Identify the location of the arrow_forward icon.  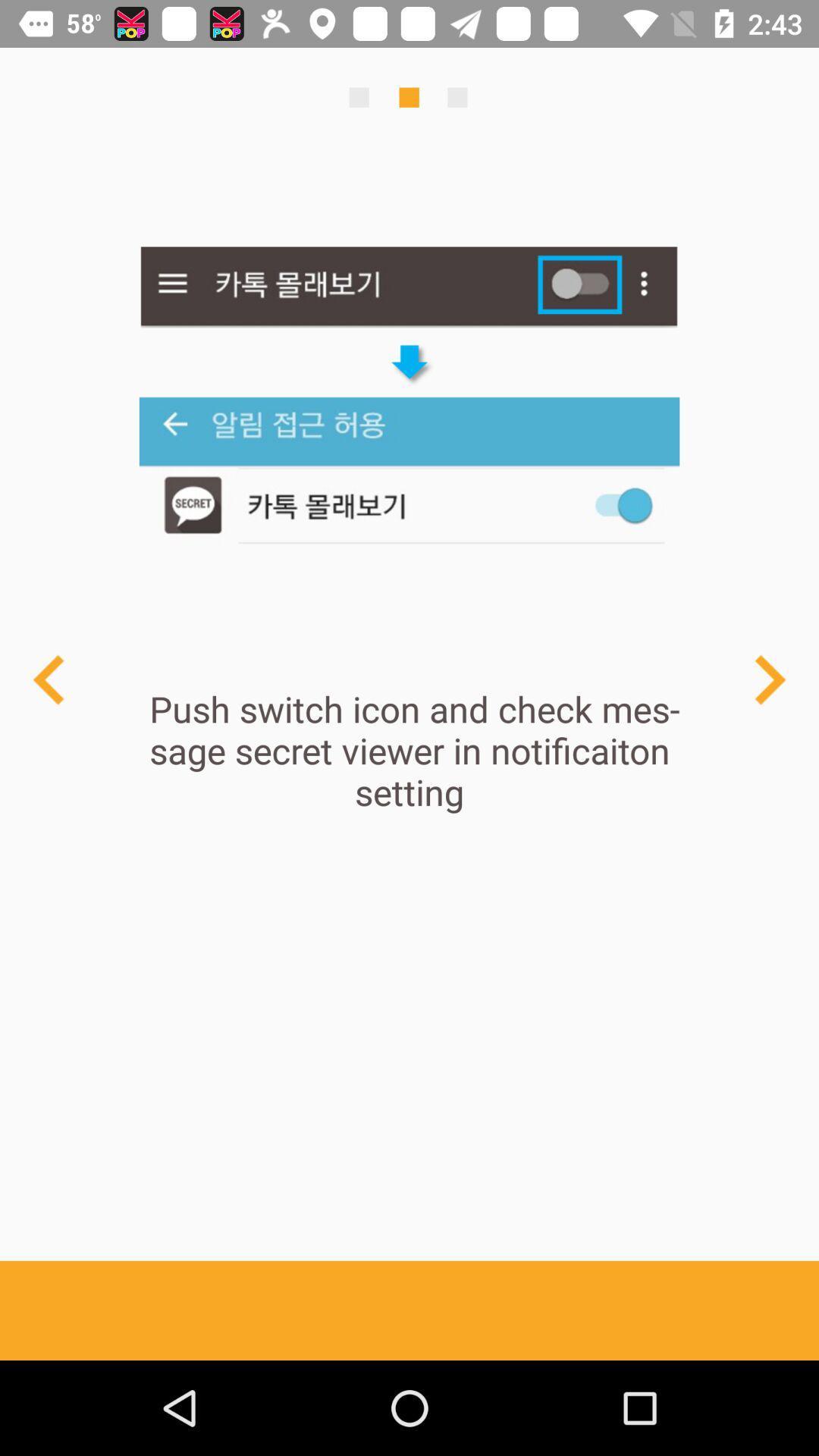
(769, 679).